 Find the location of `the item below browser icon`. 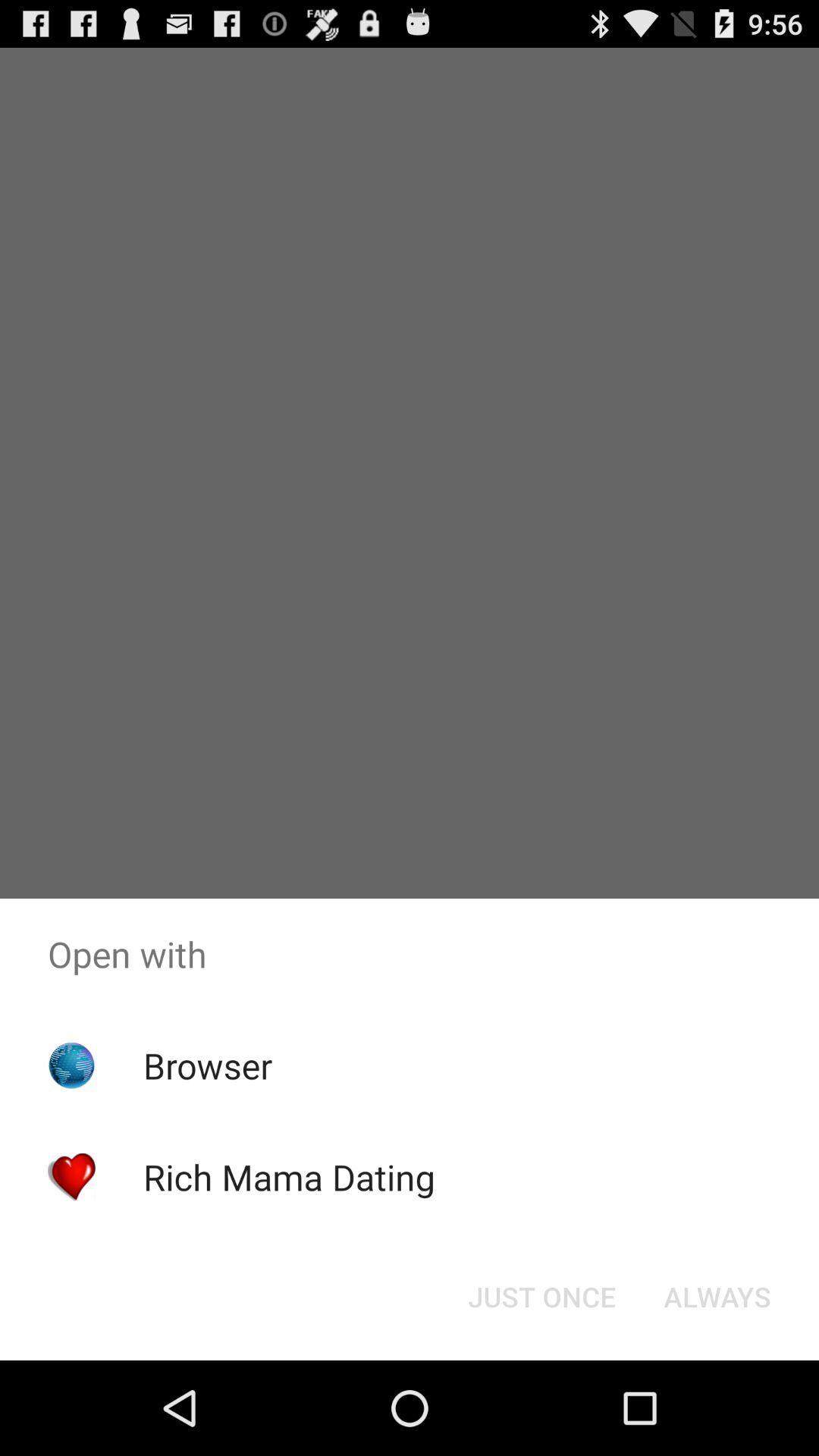

the item below browser icon is located at coordinates (289, 1176).